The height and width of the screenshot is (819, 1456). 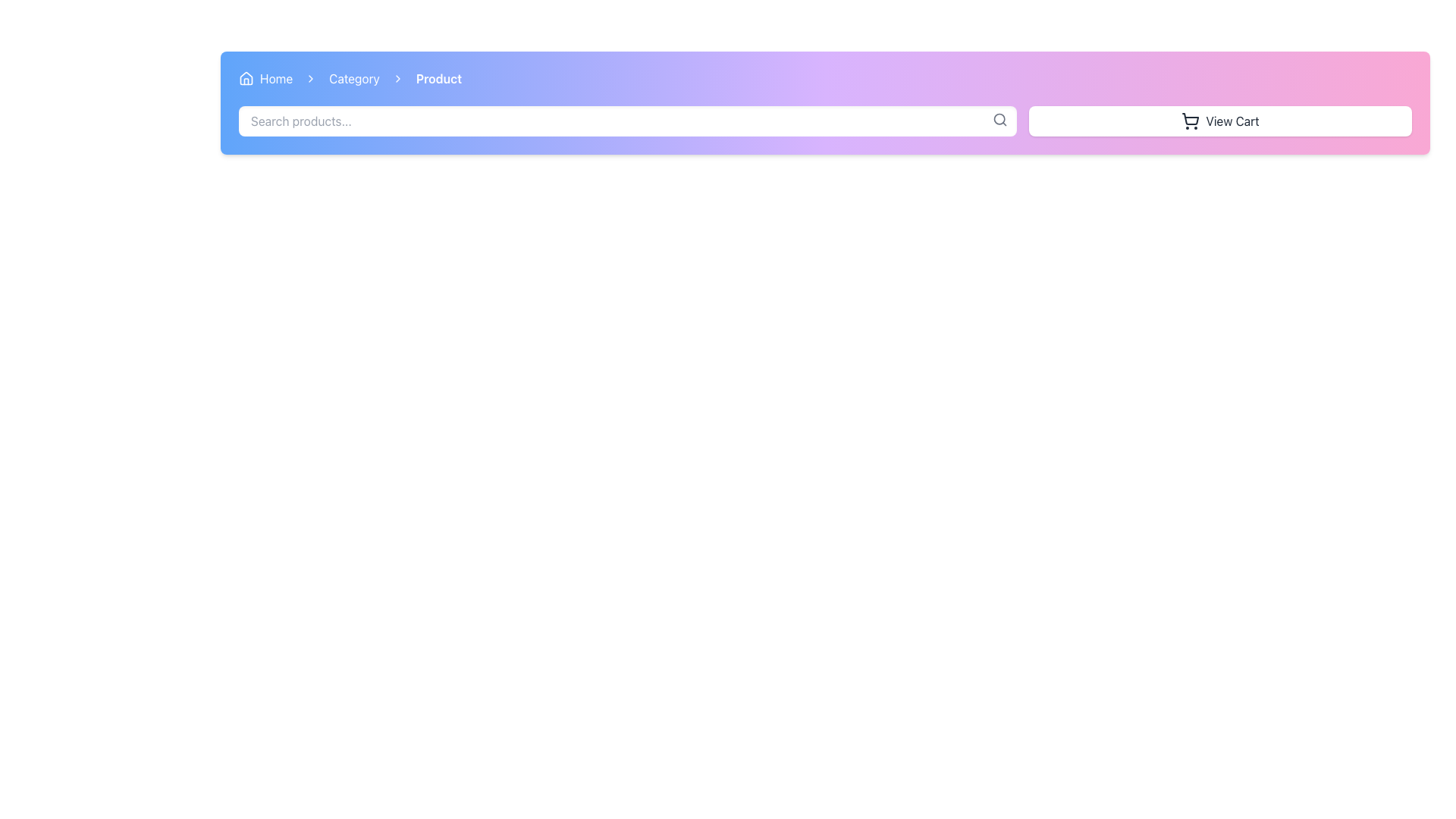 I want to click on the shopping cart icon within the 'View Cart' button, which is located at the top-right corner of the interface, so click(x=1190, y=120).